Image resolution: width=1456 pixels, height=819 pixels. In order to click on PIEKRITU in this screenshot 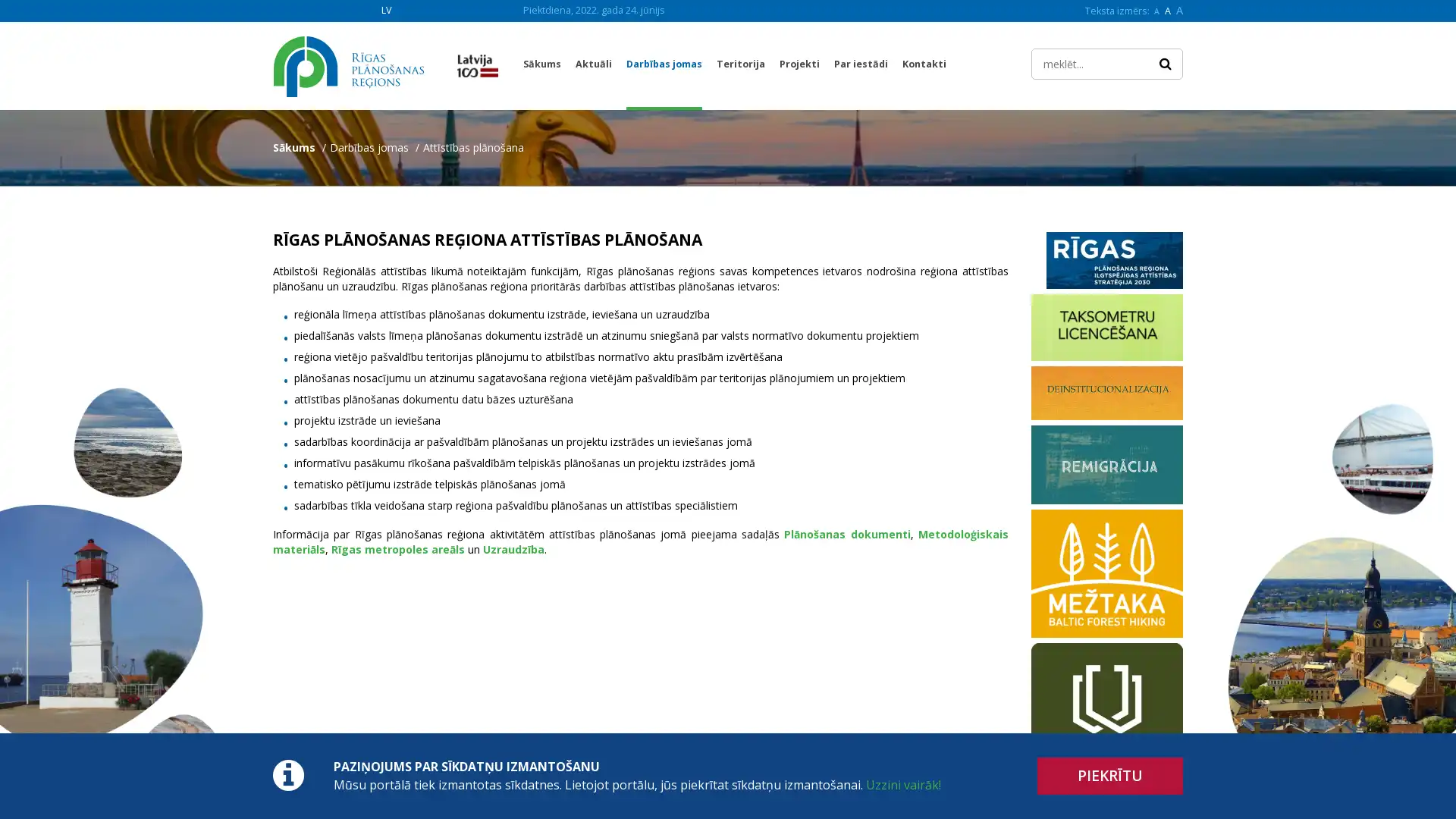, I will do `click(1110, 776)`.